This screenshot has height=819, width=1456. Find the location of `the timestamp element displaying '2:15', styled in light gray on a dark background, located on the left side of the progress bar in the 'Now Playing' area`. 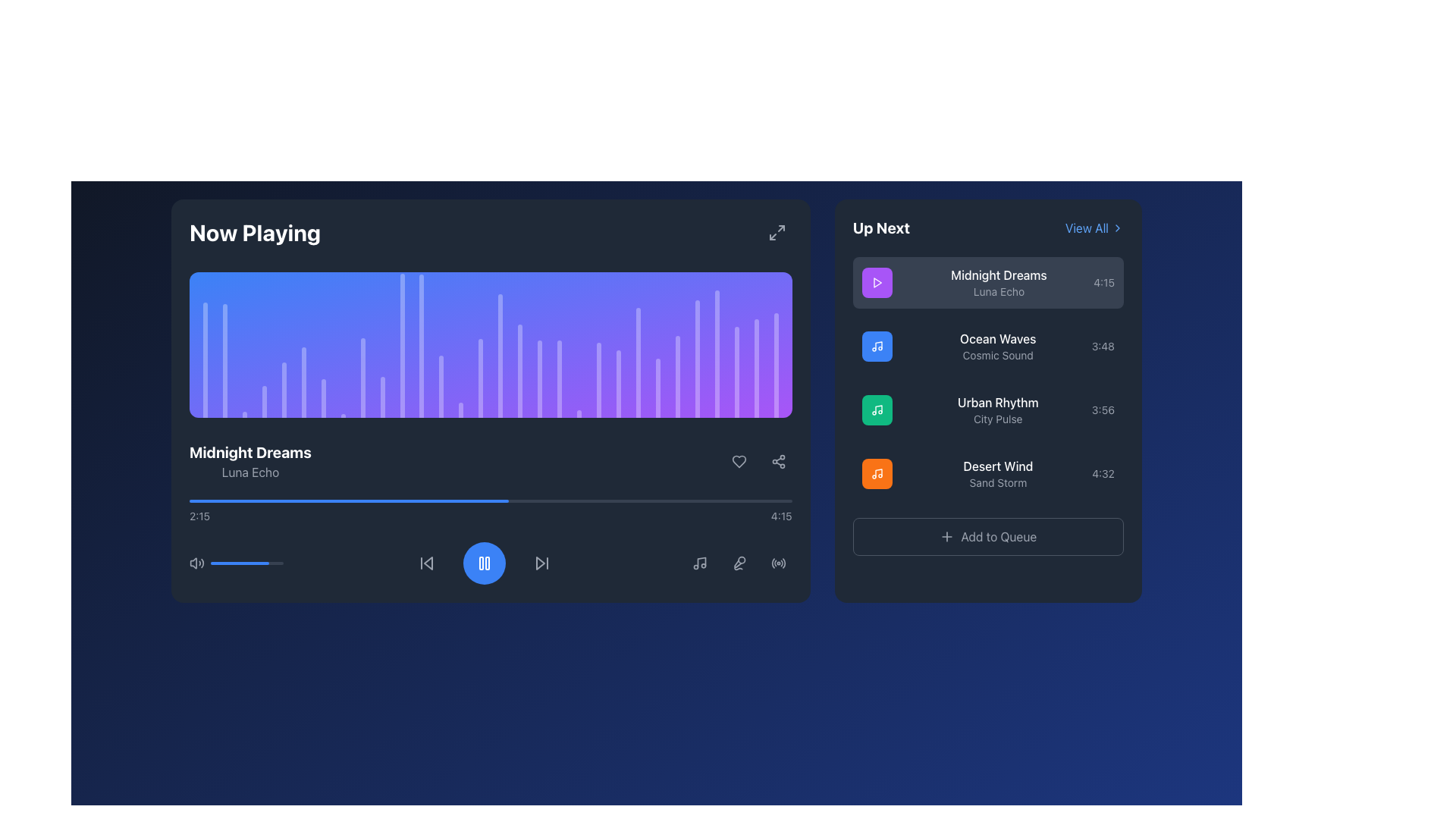

the timestamp element displaying '2:15', styled in light gray on a dark background, located on the left side of the progress bar in the 'Now Playing' area is located at coordinates (199, 516).